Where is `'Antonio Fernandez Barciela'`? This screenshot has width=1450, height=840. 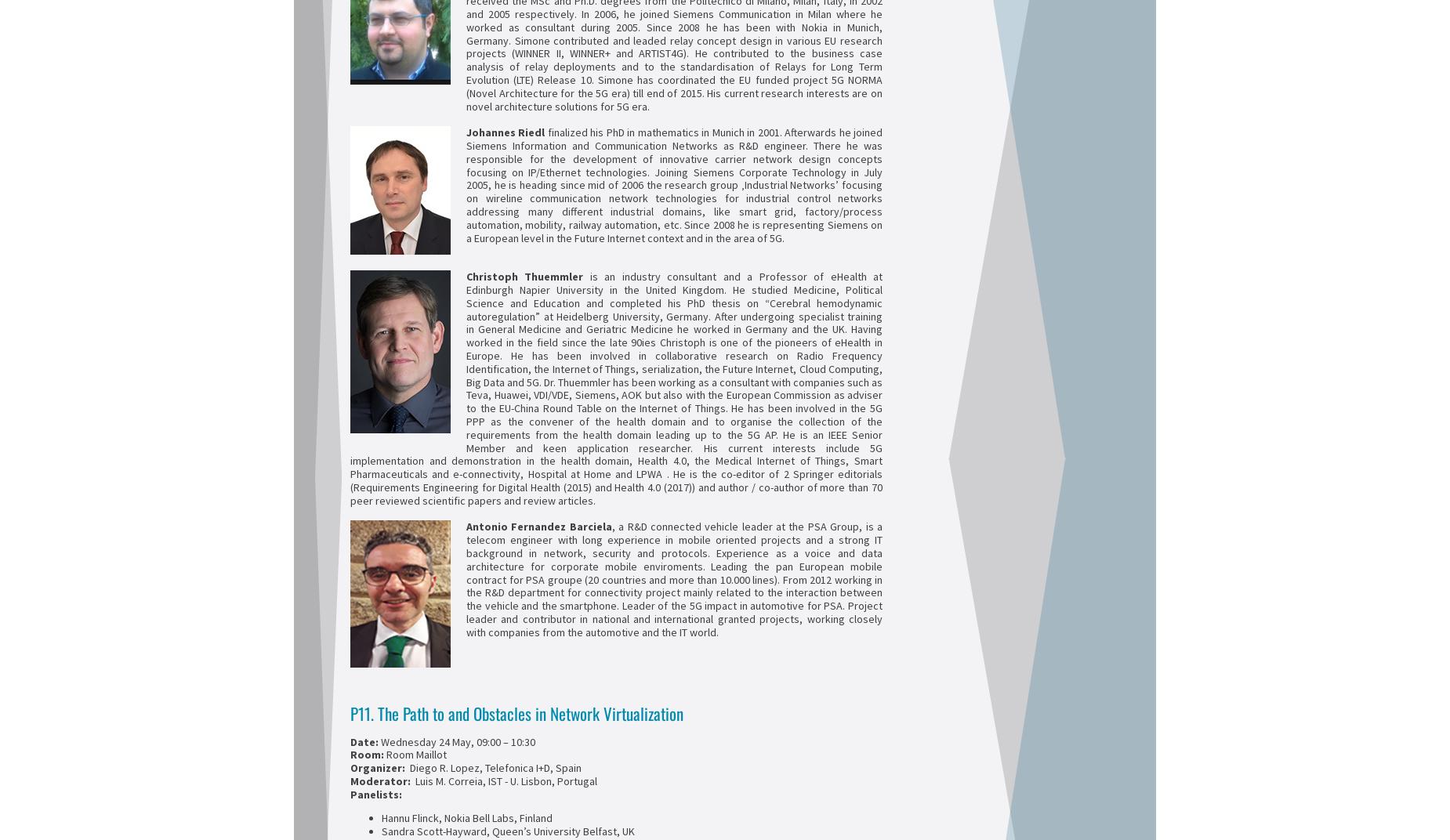
'Antonio Fernandez Barciela' is located at coordinates (538, 526).